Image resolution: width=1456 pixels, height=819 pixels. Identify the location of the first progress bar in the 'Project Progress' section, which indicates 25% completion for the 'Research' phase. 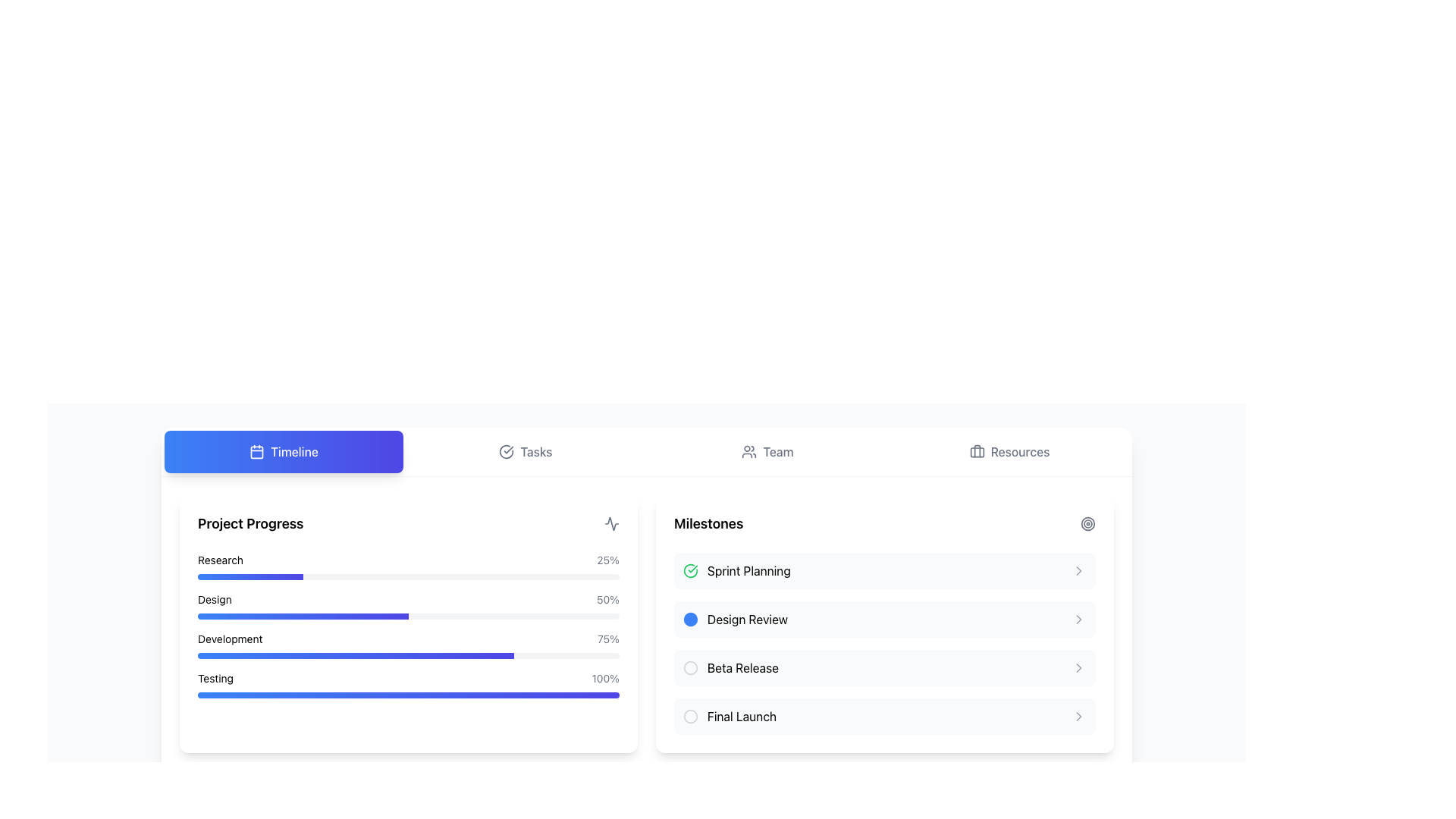
(408, 566).